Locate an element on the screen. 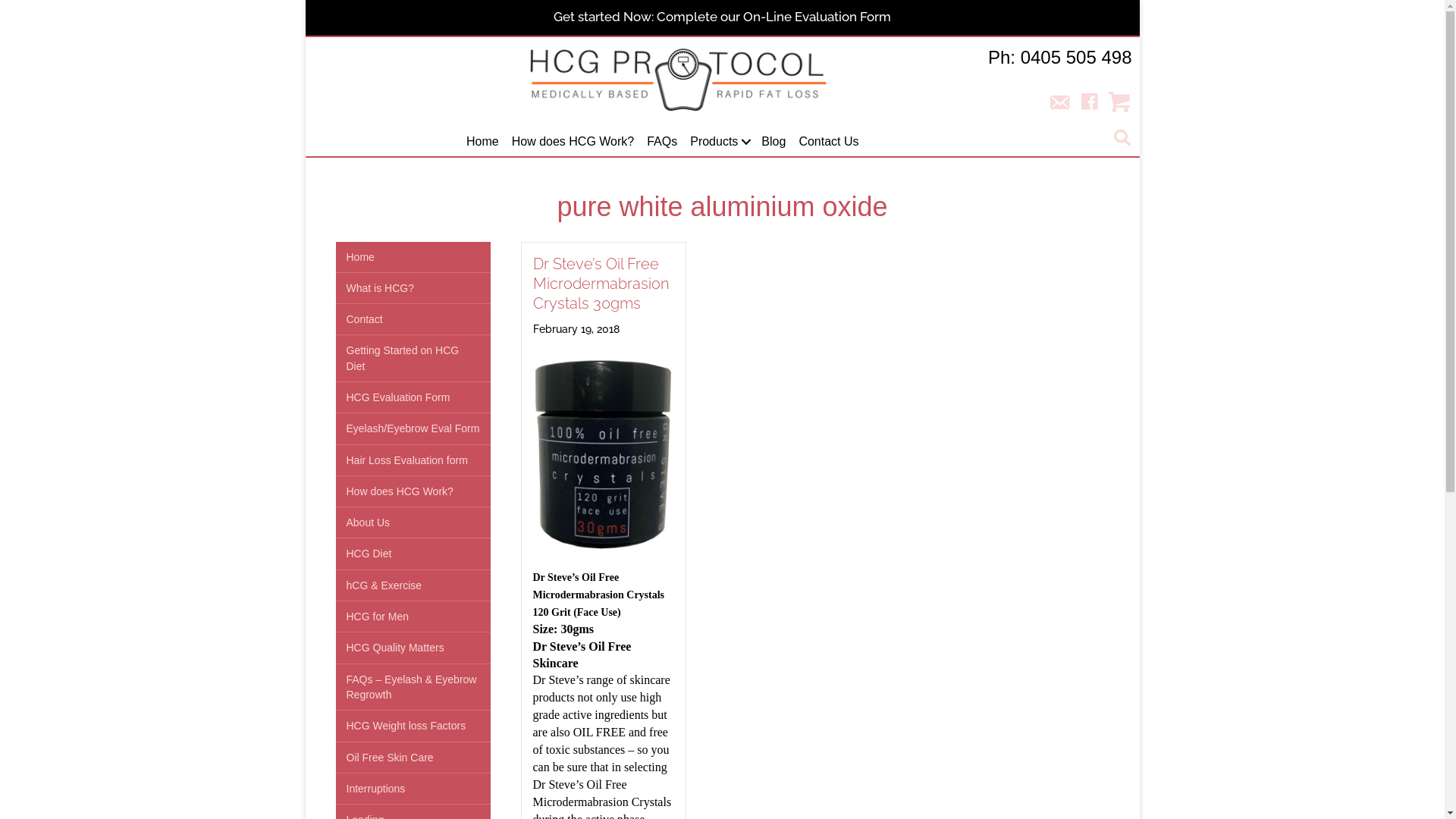 The image size is (1456, 819). 'Getting Started on HCG Diet' is located at coordinates (412, 358).